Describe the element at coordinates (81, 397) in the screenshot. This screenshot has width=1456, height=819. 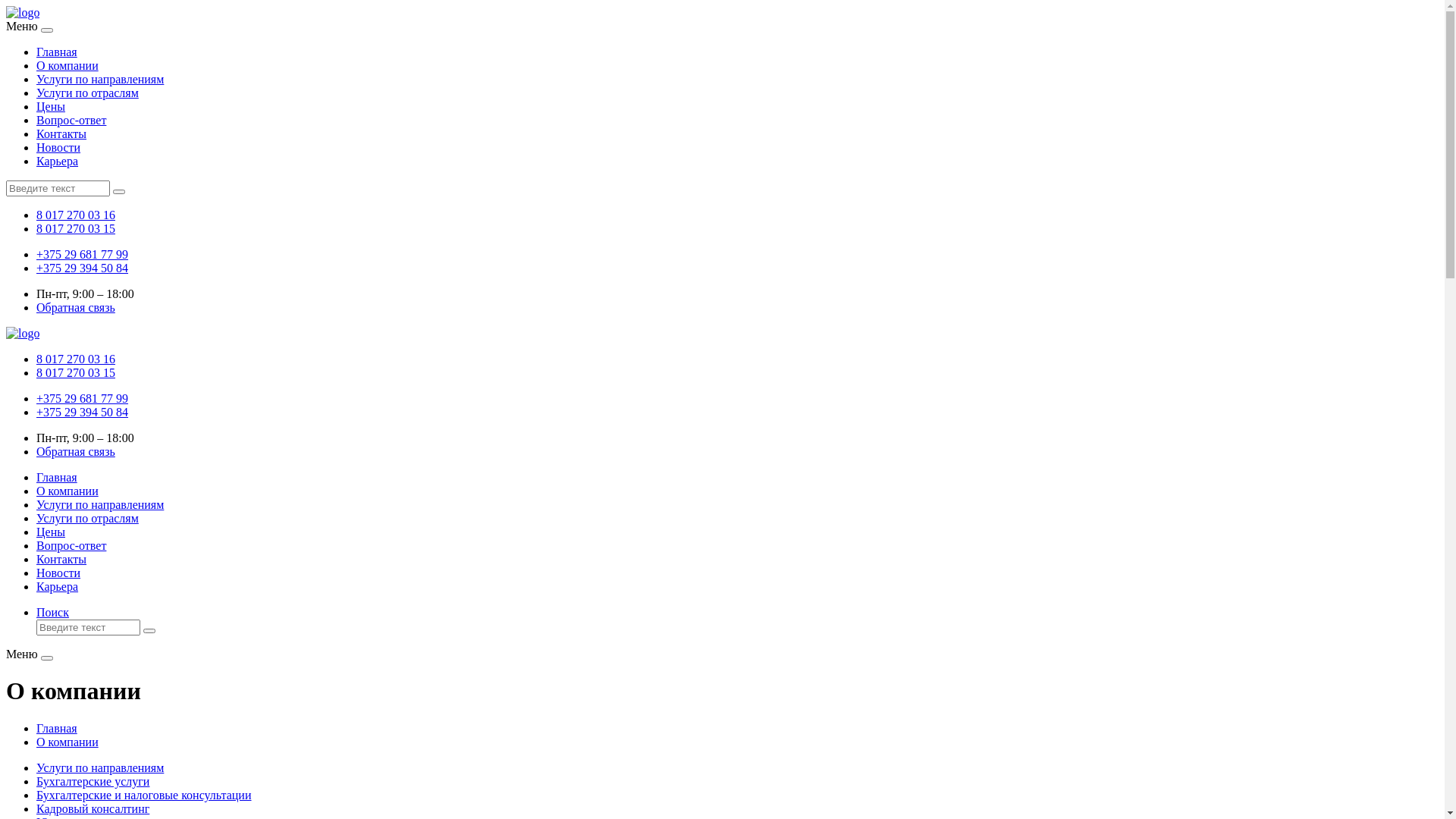
I see `'+375 29 681 77 99'` at that location.